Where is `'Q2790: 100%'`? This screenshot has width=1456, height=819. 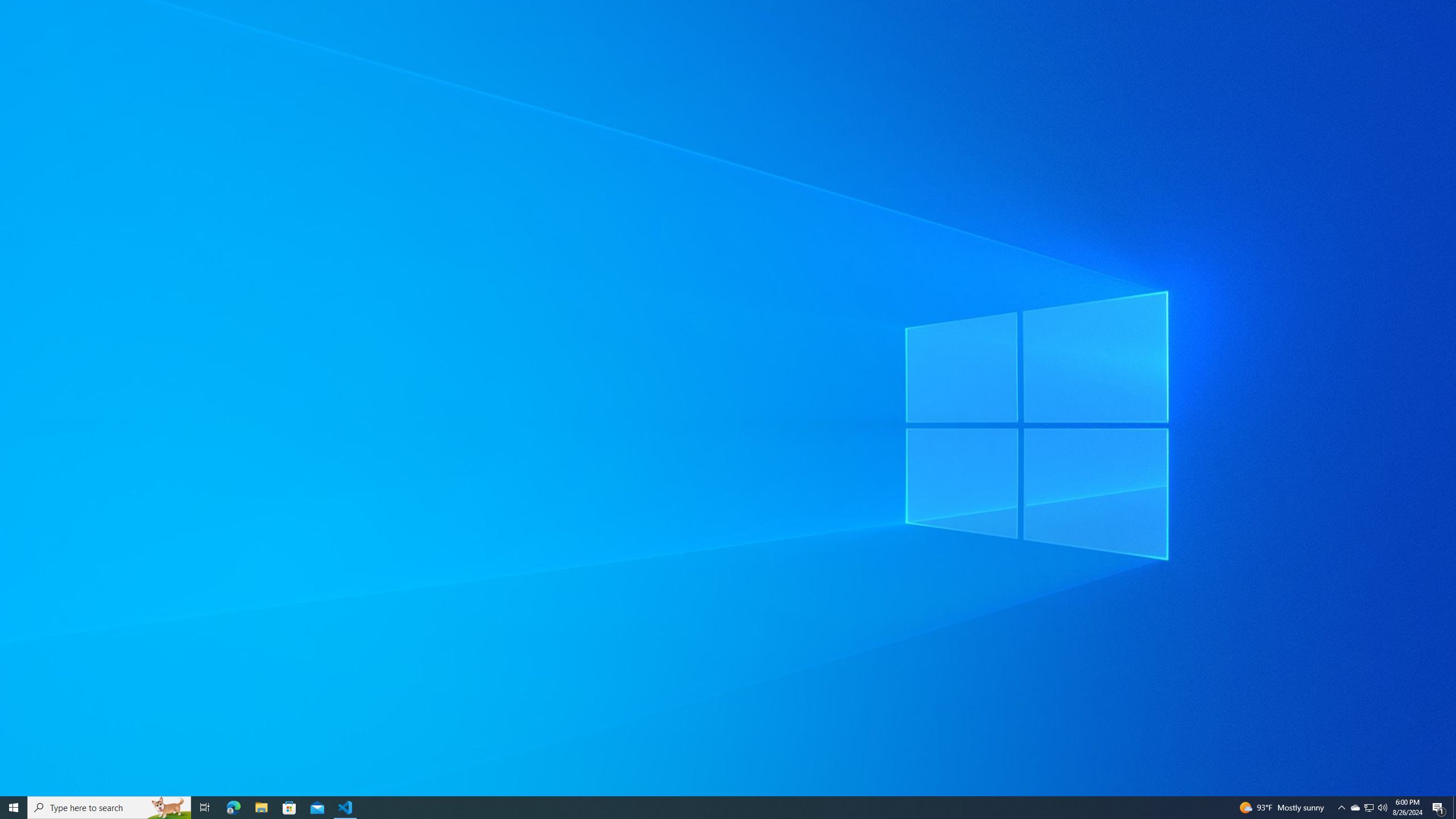 'Q2790: 100%' is located at coordinates (1368, 806).